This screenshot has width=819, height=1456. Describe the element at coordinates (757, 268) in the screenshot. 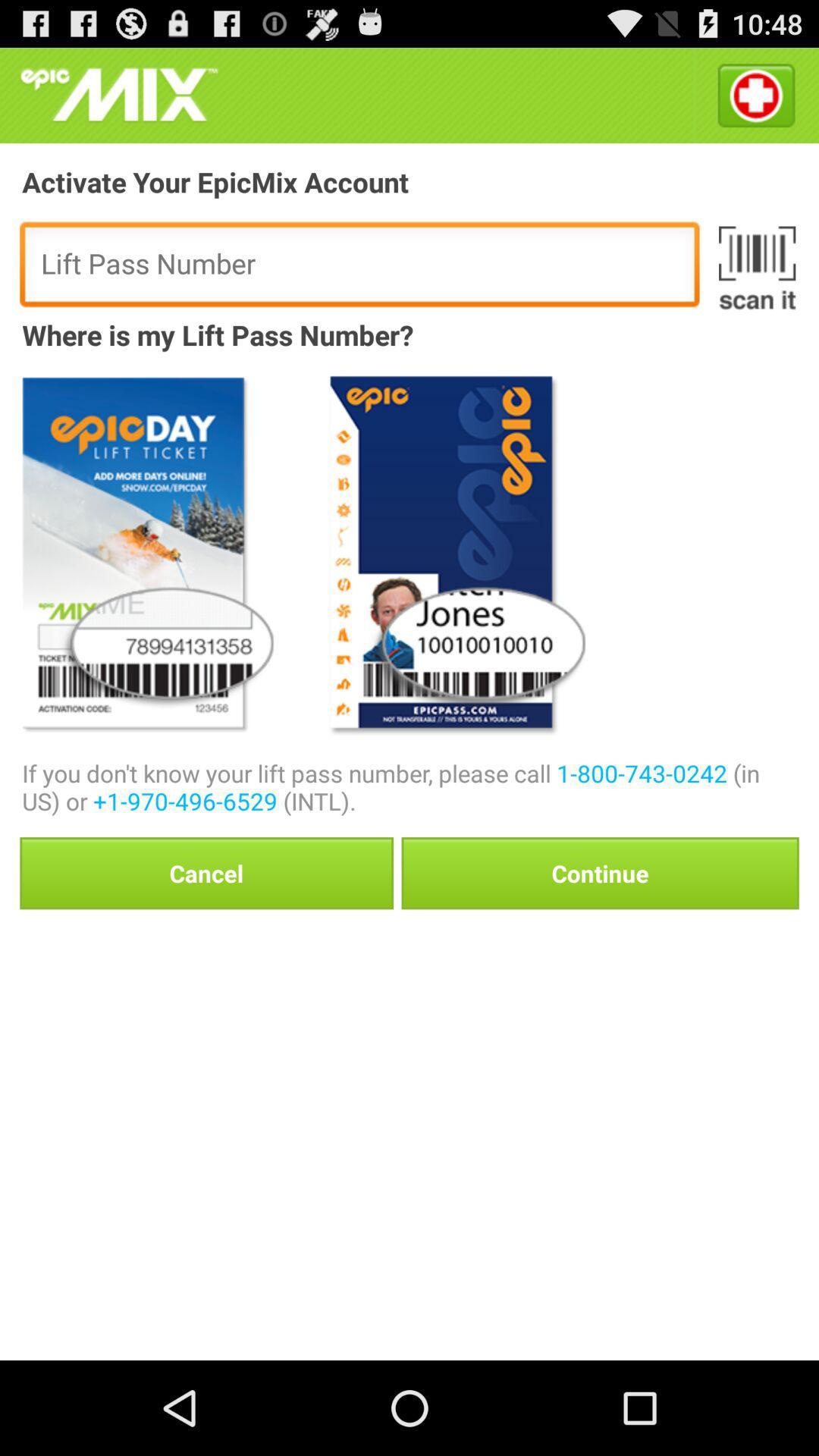

I see `the app above the where is my icon` at that location.